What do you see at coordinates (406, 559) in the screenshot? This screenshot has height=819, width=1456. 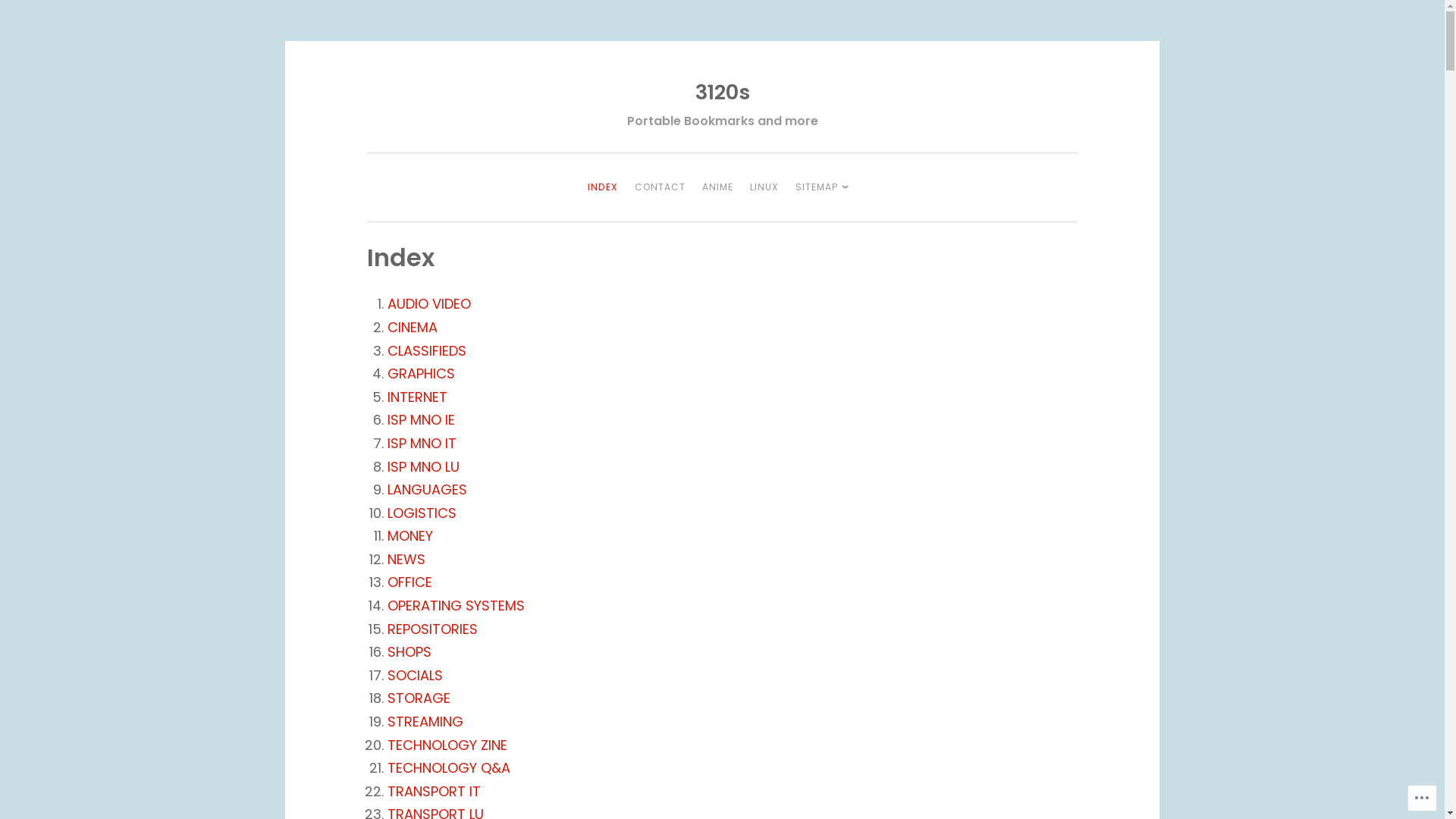 I see `'NEWS'` at bounding box center [406, 559].